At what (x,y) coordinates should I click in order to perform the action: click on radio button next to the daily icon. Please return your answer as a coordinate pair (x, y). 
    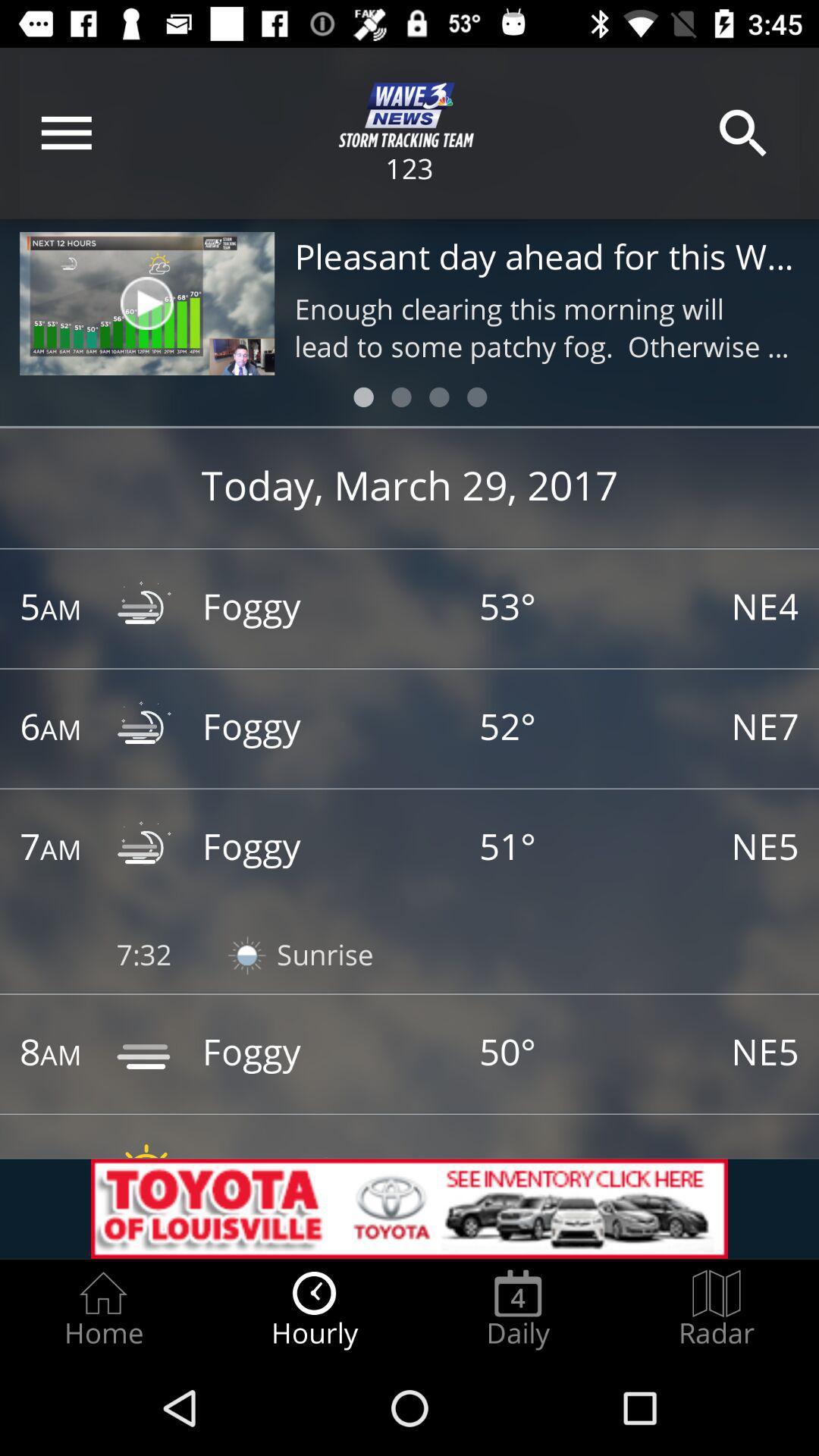
    Looking at the image, I should click on (717, 1309).